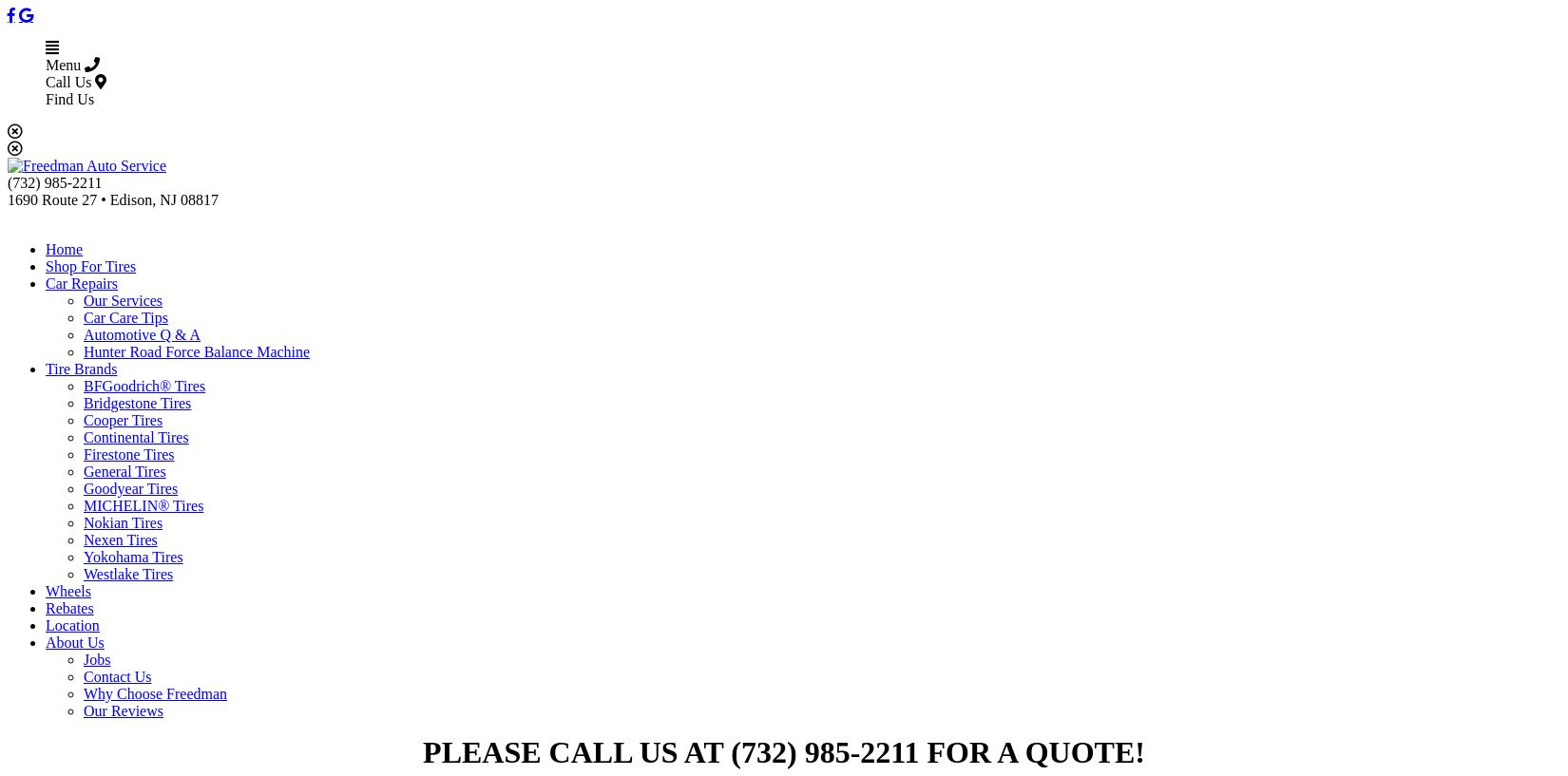 The width and height of the screenshot is (1568, 776). Describe the element at coordinates (128, 454) in the screenshot. I see `'Firestone Tires'` at that location.